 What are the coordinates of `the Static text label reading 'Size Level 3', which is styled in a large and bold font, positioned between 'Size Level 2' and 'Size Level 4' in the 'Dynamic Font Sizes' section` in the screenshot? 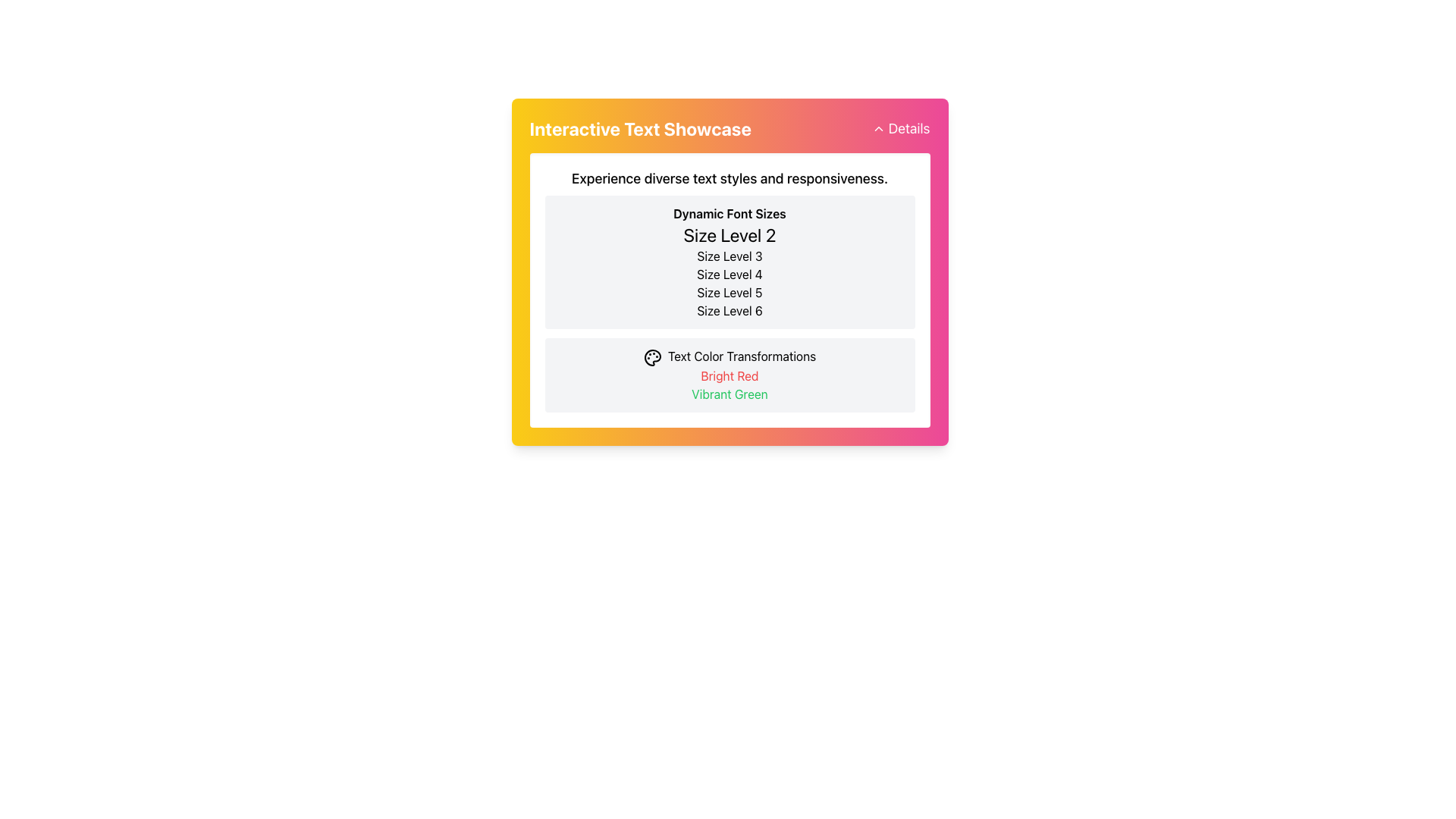 It's located at (730, 256).